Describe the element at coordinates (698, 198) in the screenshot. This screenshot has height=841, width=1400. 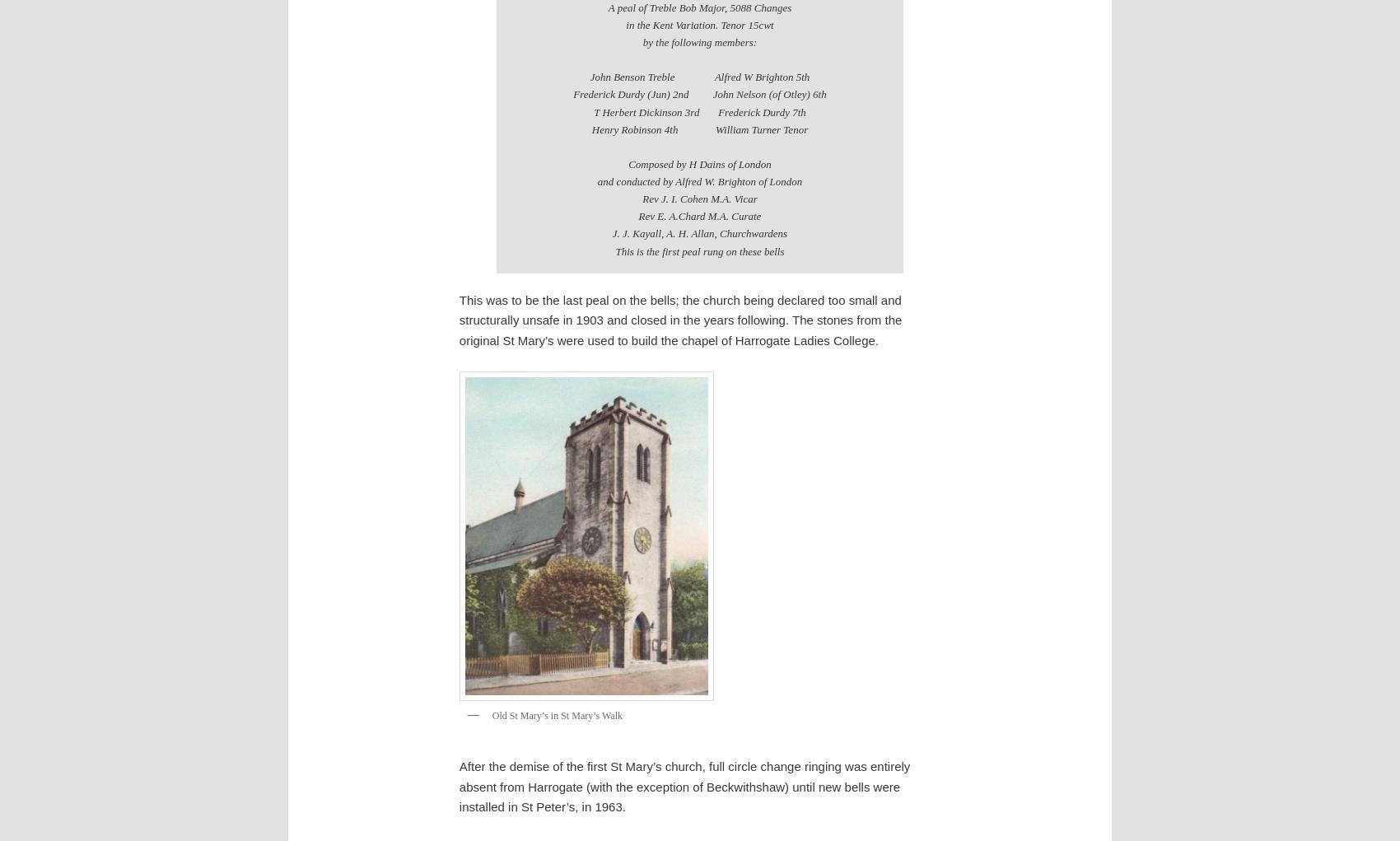
I see `'Rev J. I. Cohen M.A. Vicar'` at that location.